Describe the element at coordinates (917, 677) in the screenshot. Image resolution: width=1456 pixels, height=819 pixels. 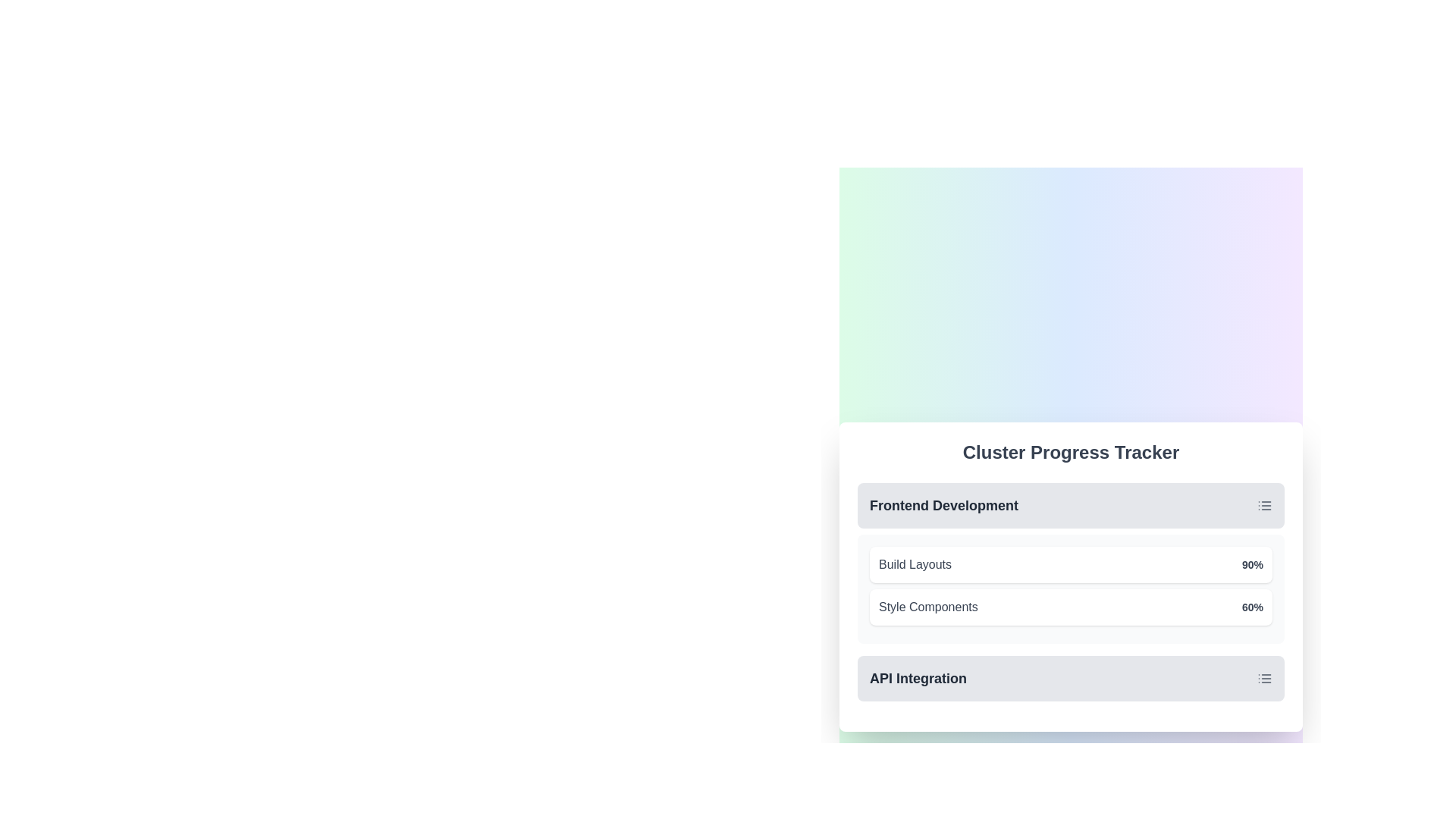
I see `the text label representing 'API Integration' located at the bottom of the Cluster Progress Tracker component` at that location.